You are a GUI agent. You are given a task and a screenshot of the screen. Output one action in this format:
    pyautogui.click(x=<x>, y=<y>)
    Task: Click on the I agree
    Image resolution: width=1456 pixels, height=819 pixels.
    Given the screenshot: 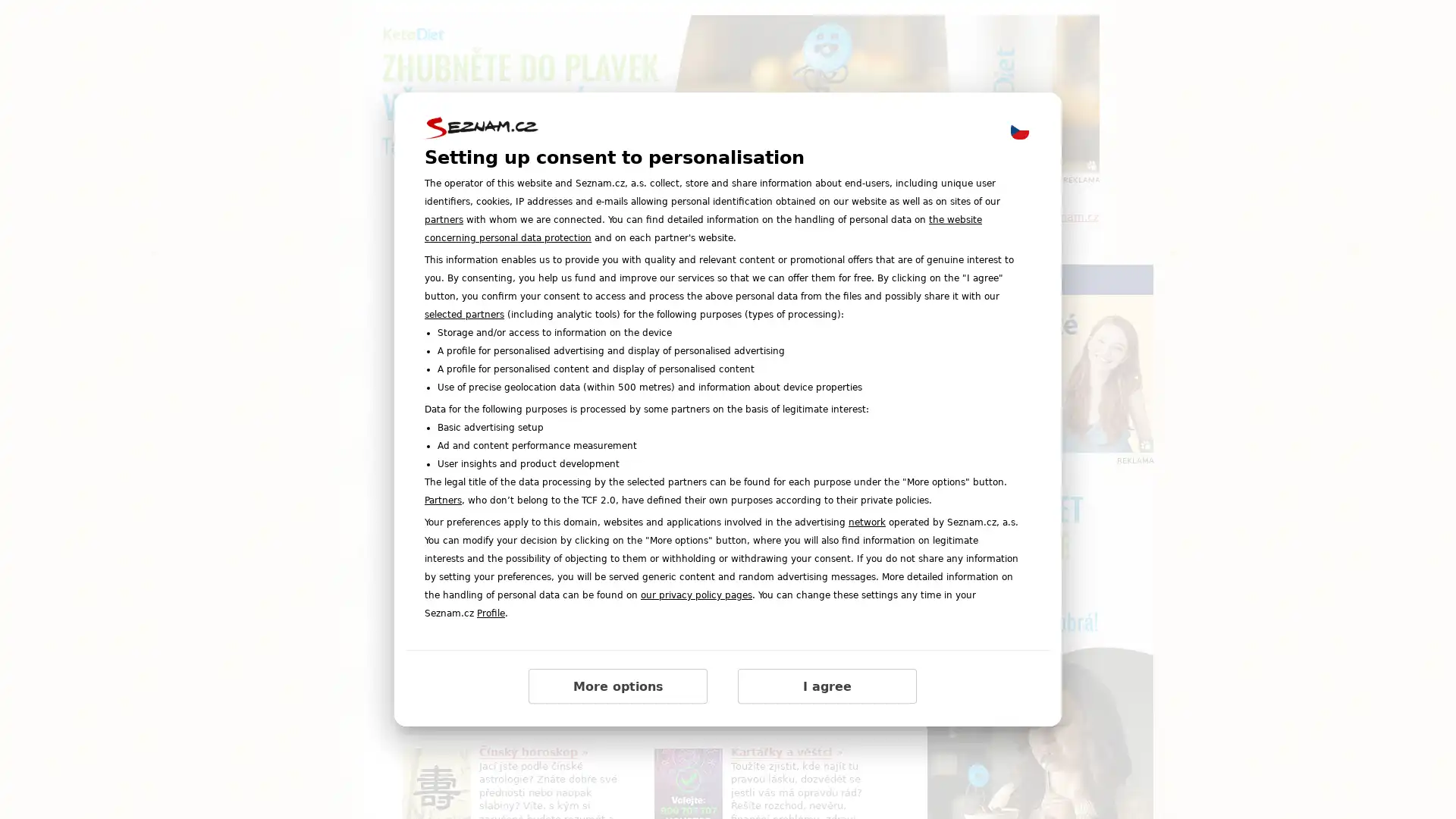 What is the action you would take?
    pyautogui.click(x=826, y=686)
    